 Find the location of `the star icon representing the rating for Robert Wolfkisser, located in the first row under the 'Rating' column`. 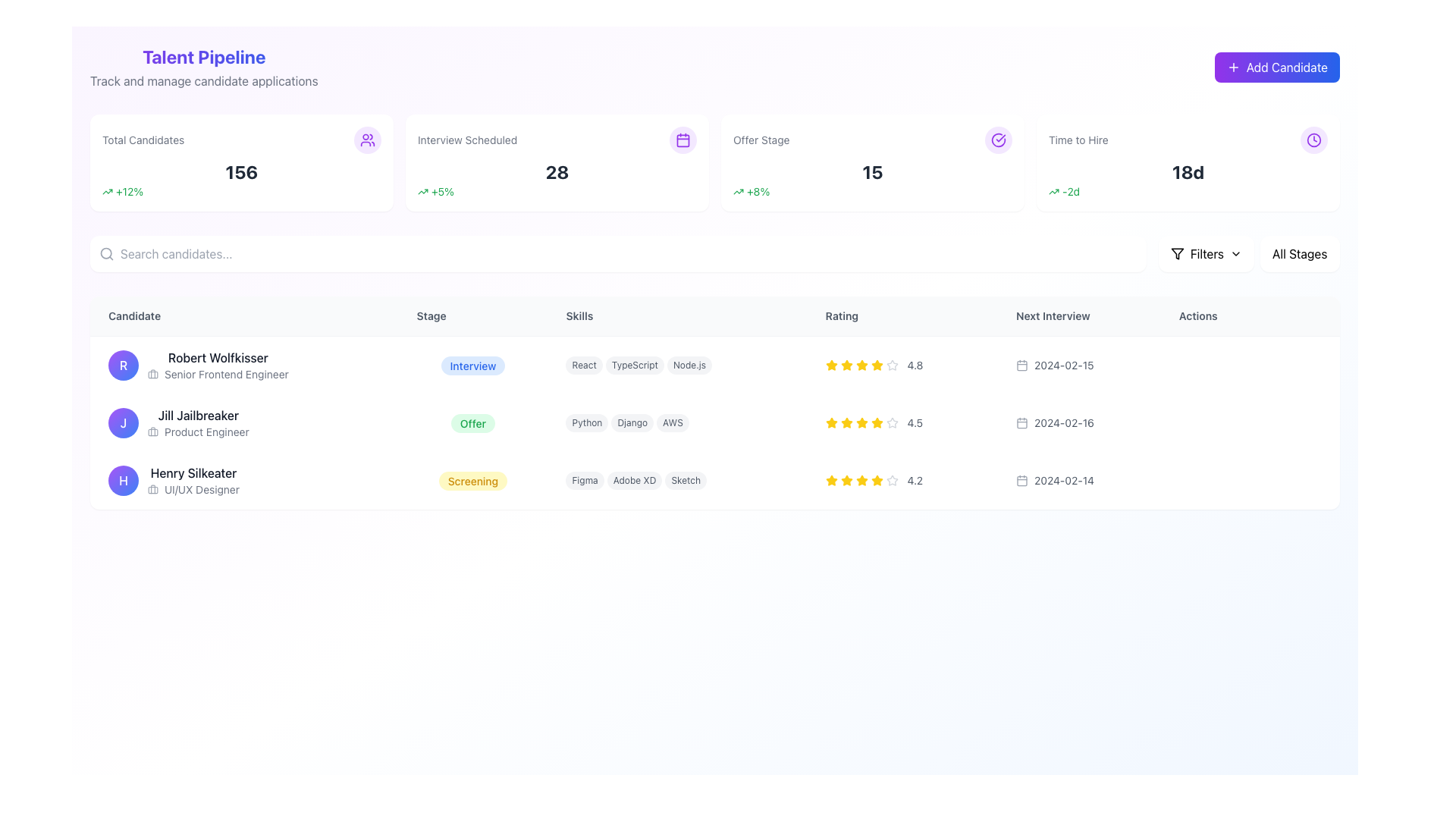

the star icon representing the rating for Robert Wolfkisser, located in the first row under the 'Rating' column is located at coordinates (861, 365).